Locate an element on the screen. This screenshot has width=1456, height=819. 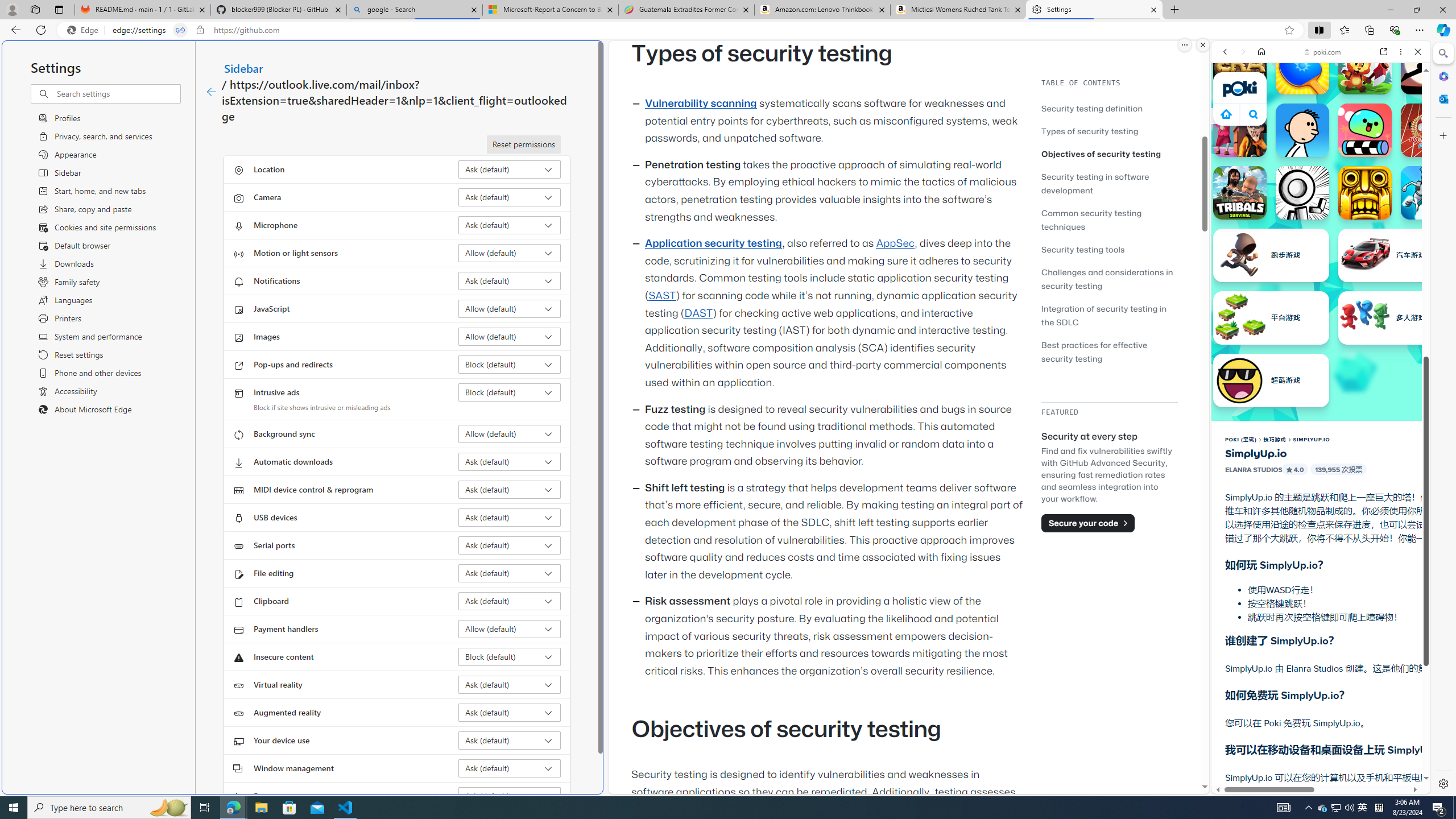
'Augmented reality Ask (default)' is located at coordinates (510, 712).